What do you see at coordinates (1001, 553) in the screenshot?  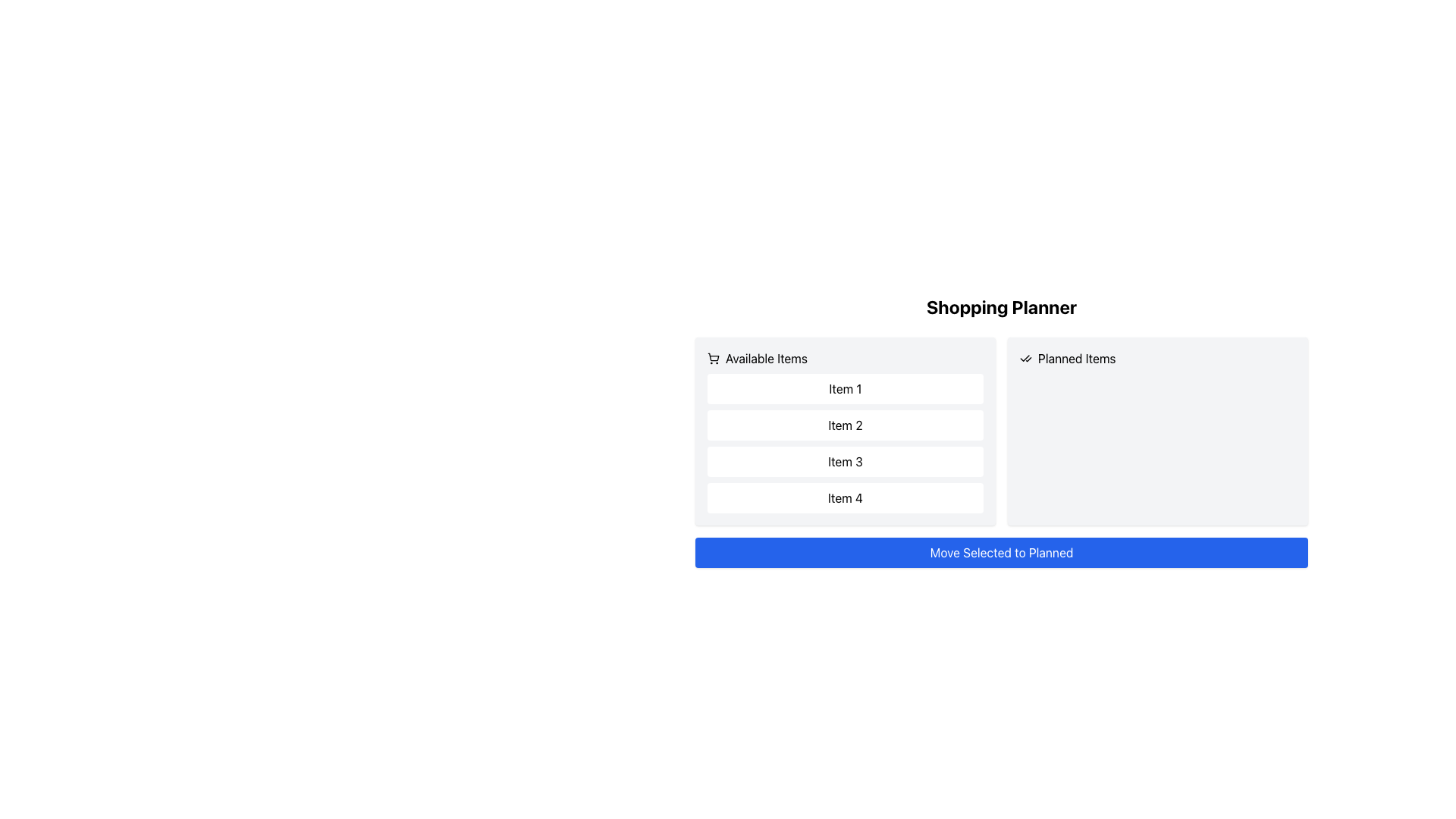 I see `the button that moves selected items from 'Available Items' to 'Planned Items'` at bounding box center [1001, 553].